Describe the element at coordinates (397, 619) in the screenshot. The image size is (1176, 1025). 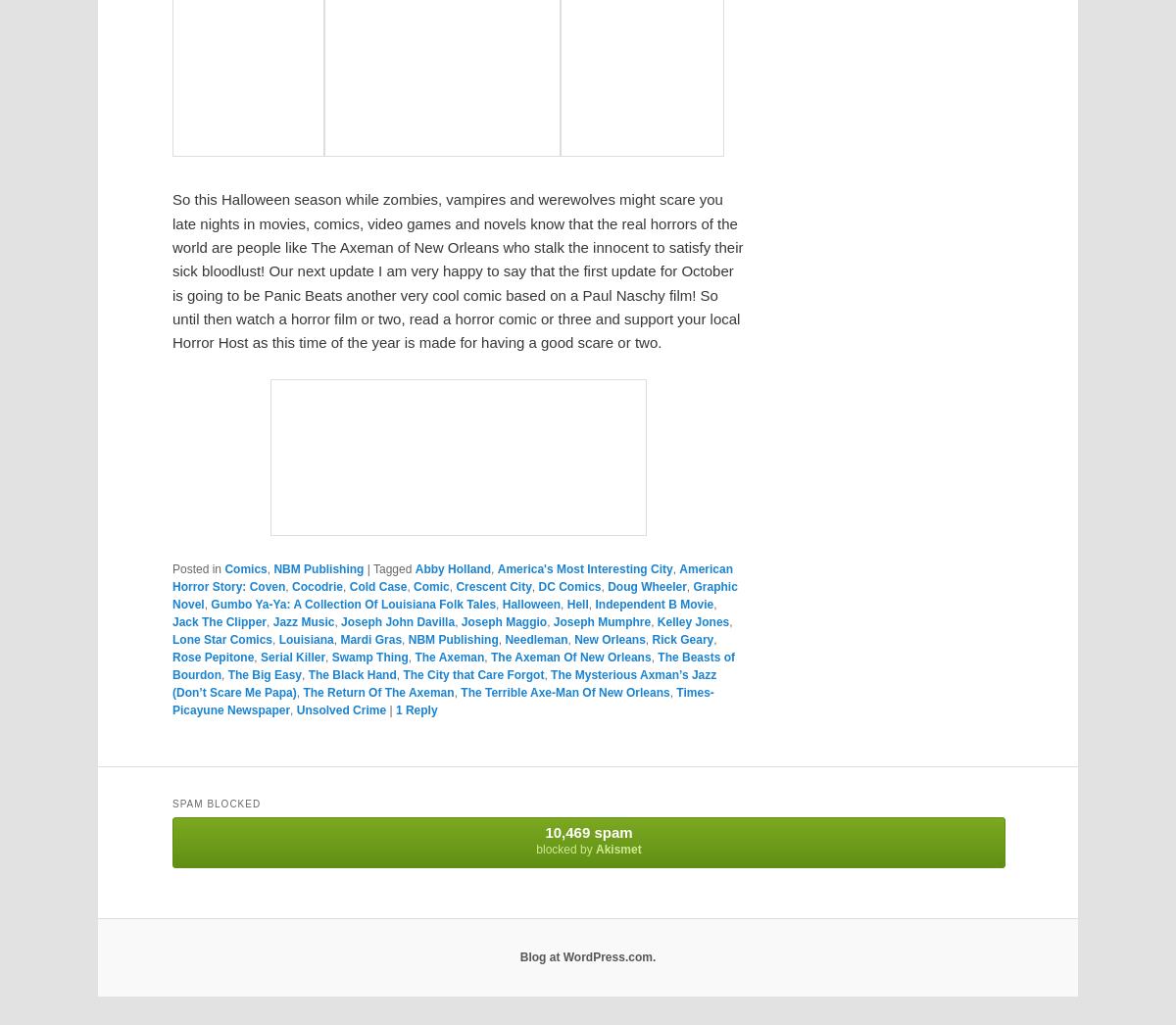
I see `'Joseph John Davilla'` at that location.